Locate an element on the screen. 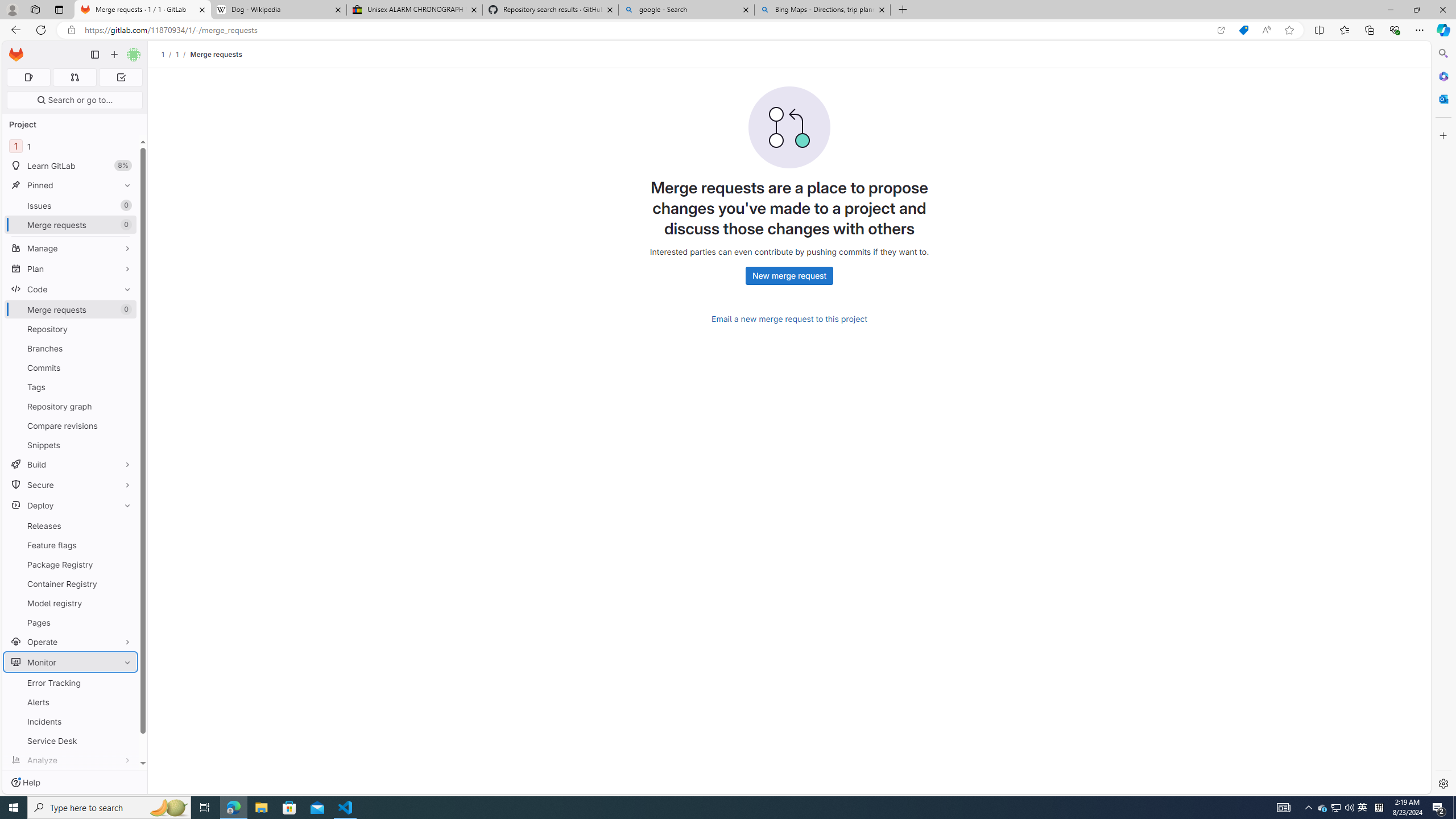 This screenshot has width=1456, height=819. '1' is located at coordinates (177, 54).